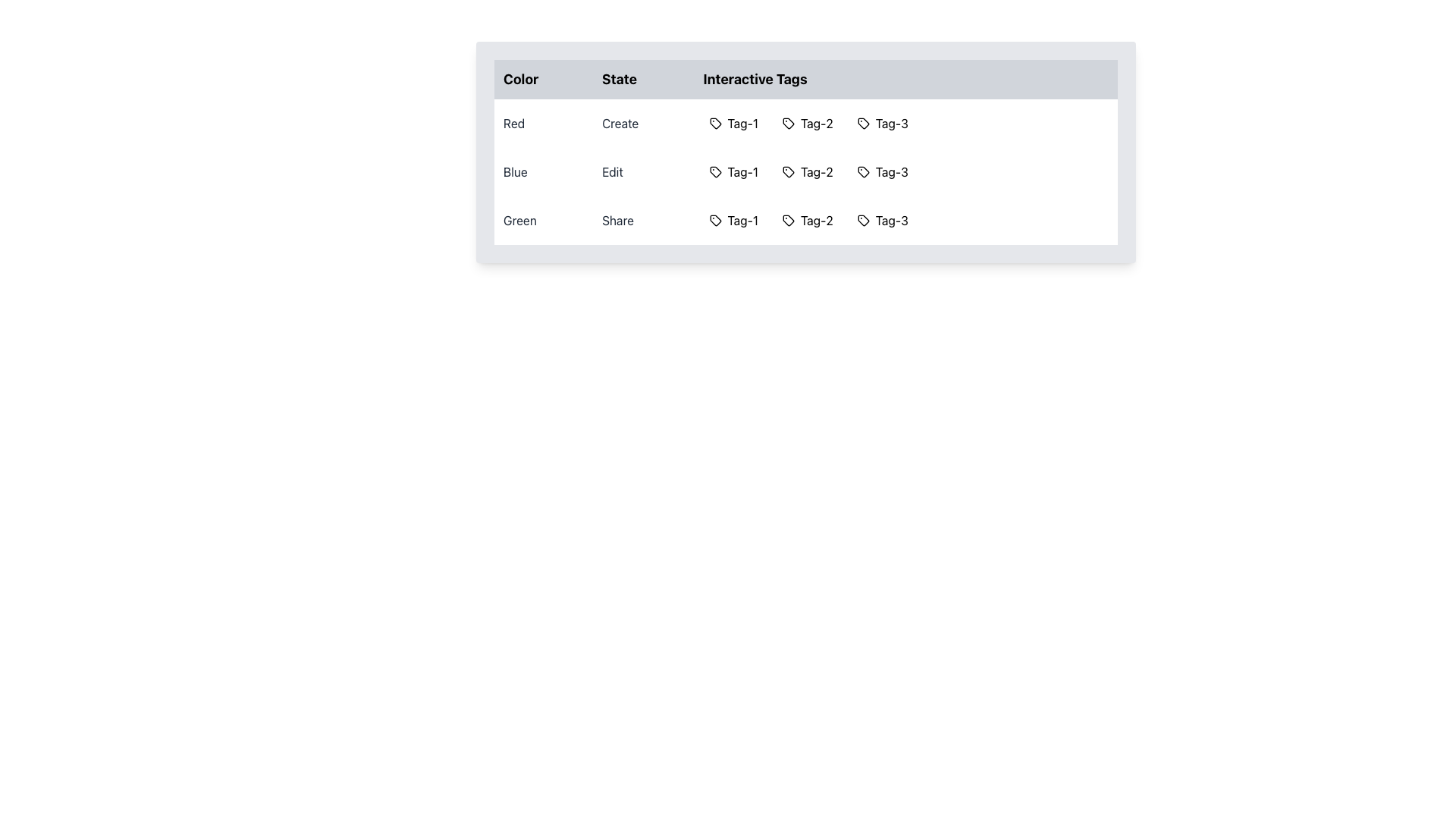  What do you see at coordinates (742, 220) in the screenshot?
I see `the first tag in the 'Interactive Tags' column corresponding to the 'Green' color and 'Share' state` at bounding box center [742, 220].